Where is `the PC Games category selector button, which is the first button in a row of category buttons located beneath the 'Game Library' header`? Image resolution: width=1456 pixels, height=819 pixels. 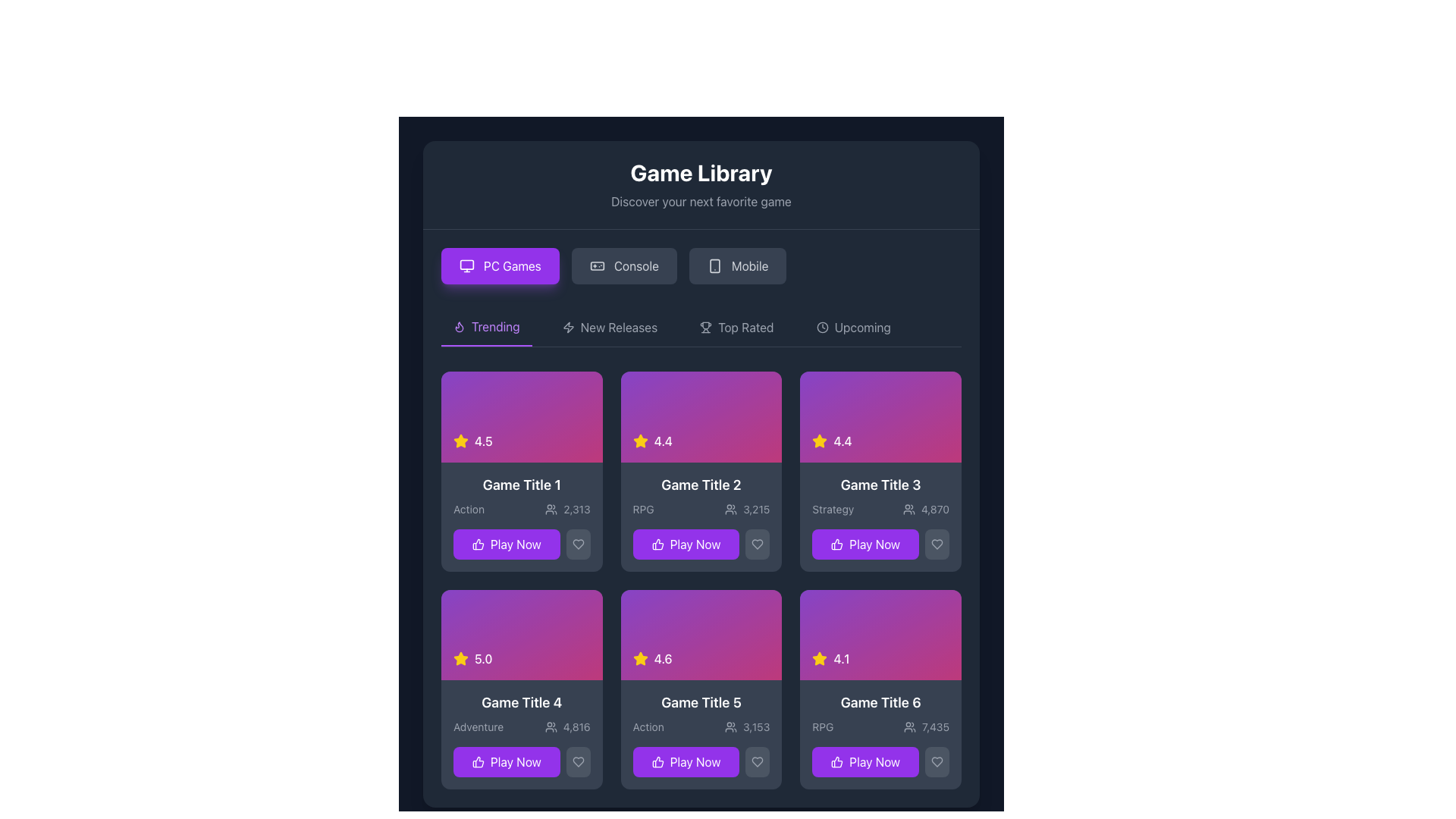 the PC Games category selector button, which is the first button in a row of category buttons located beneath the 'Game Library' header is located at coordinates (500, 265).